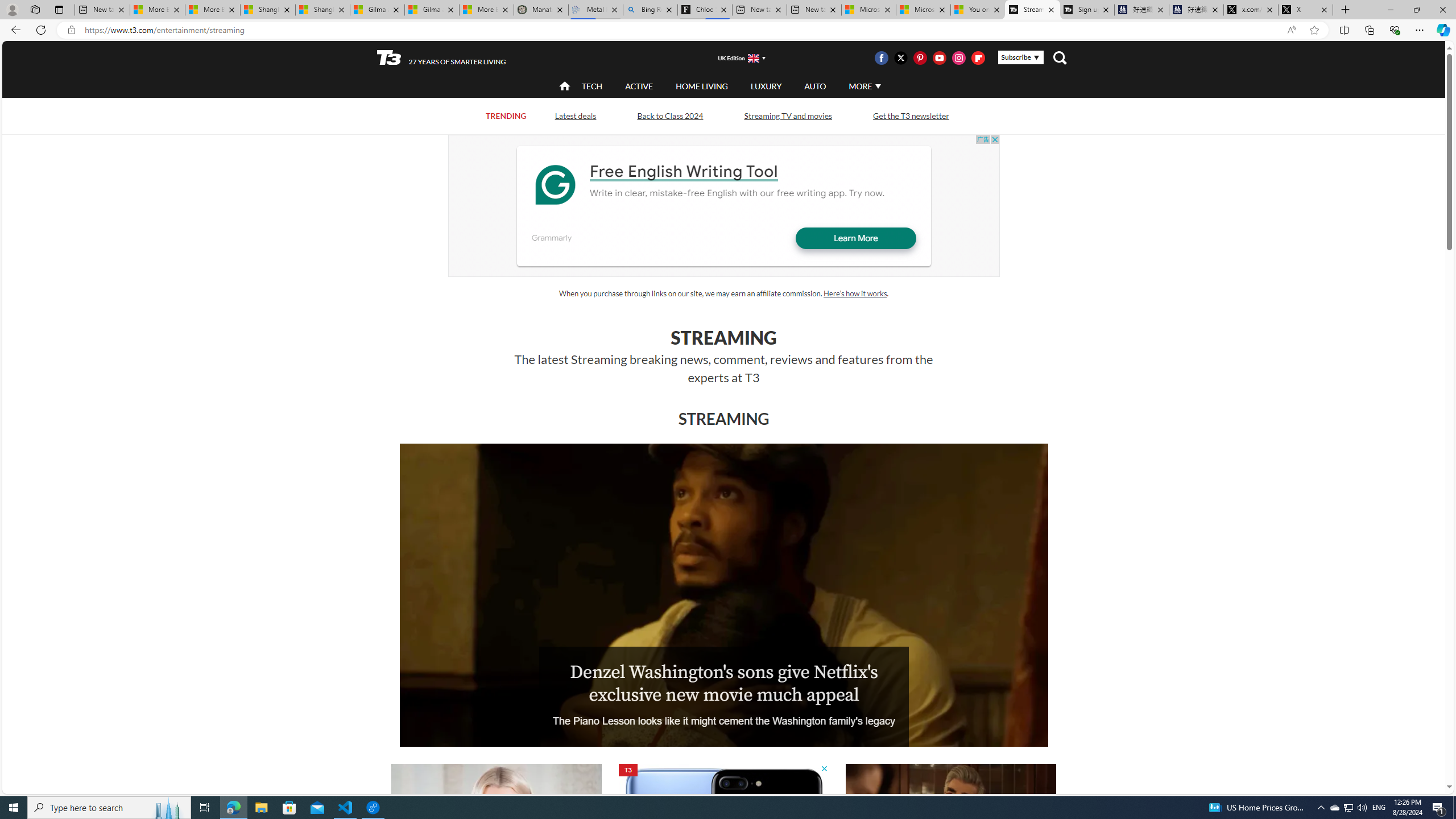 The width and height of the screenshot is (1456, 819). I want to click on 'Latest deals', so click(574, 115).